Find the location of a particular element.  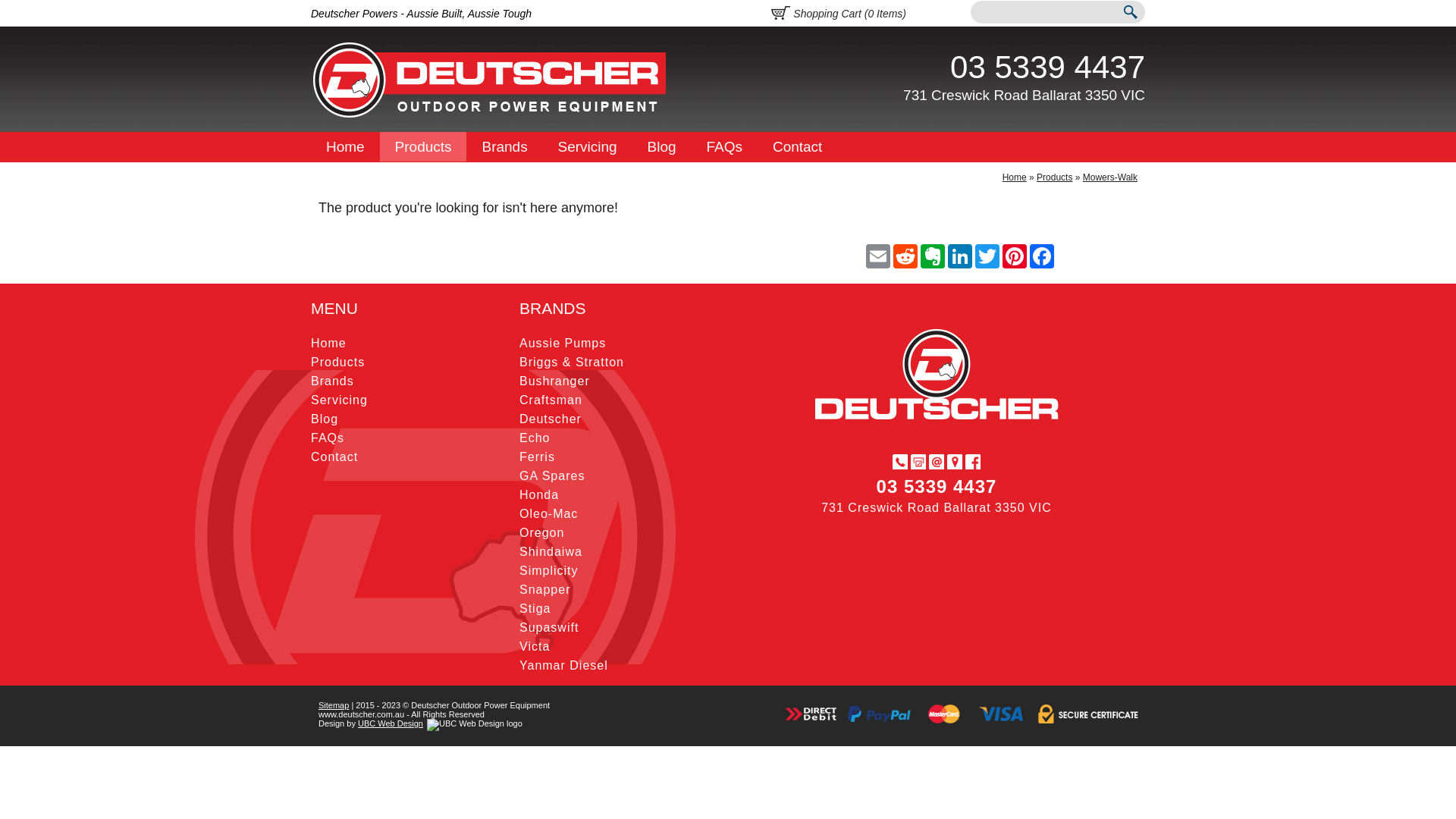

'Supaswift' is located at coordinates (548, 627).